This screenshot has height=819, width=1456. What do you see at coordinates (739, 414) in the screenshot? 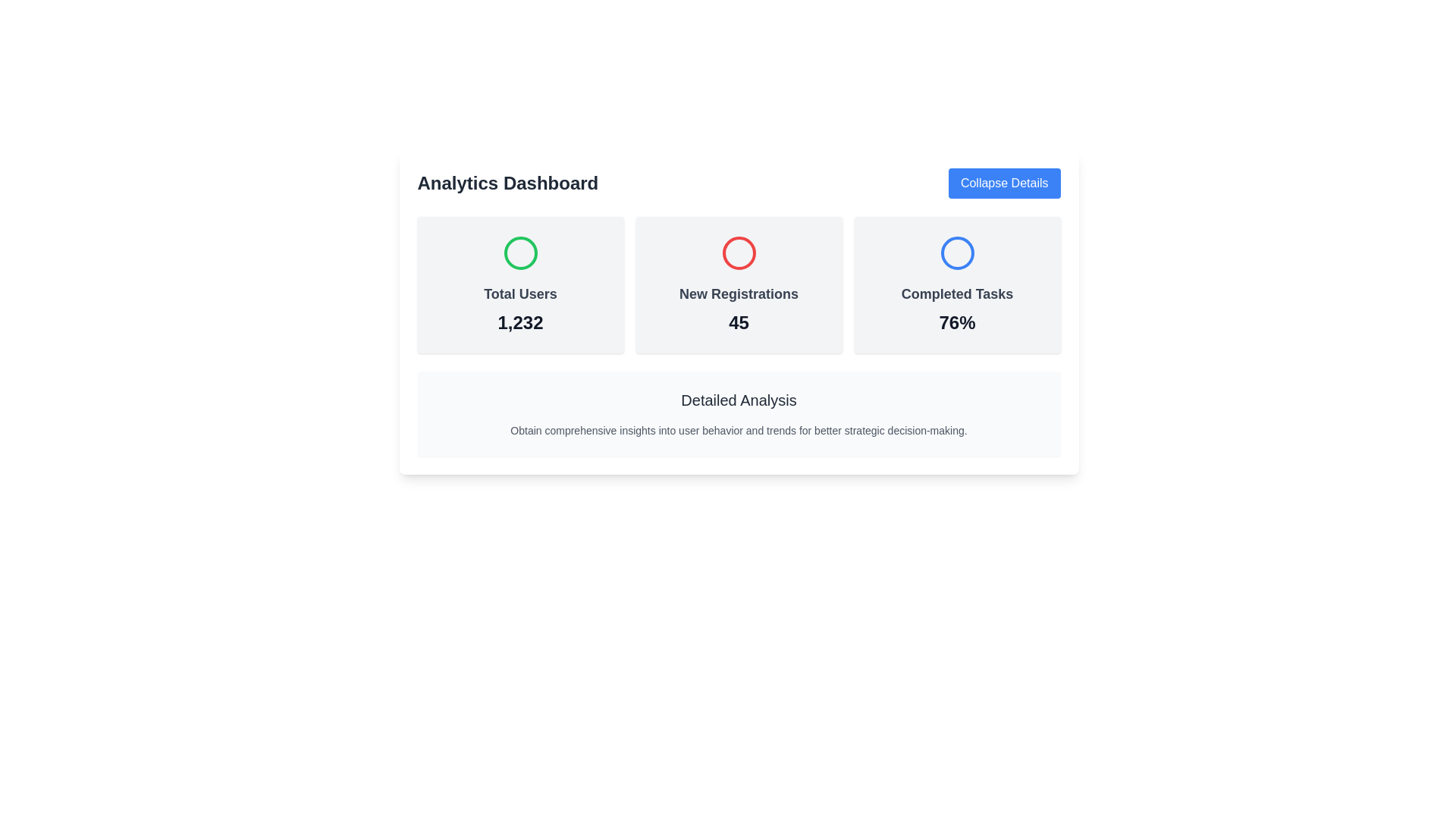
I see `the Informational Content Box displaying 'Detailed Analysis' and user behavior trends located below the statistics boxes in the Analytics Dashboard` at bounding box center [739, 414].